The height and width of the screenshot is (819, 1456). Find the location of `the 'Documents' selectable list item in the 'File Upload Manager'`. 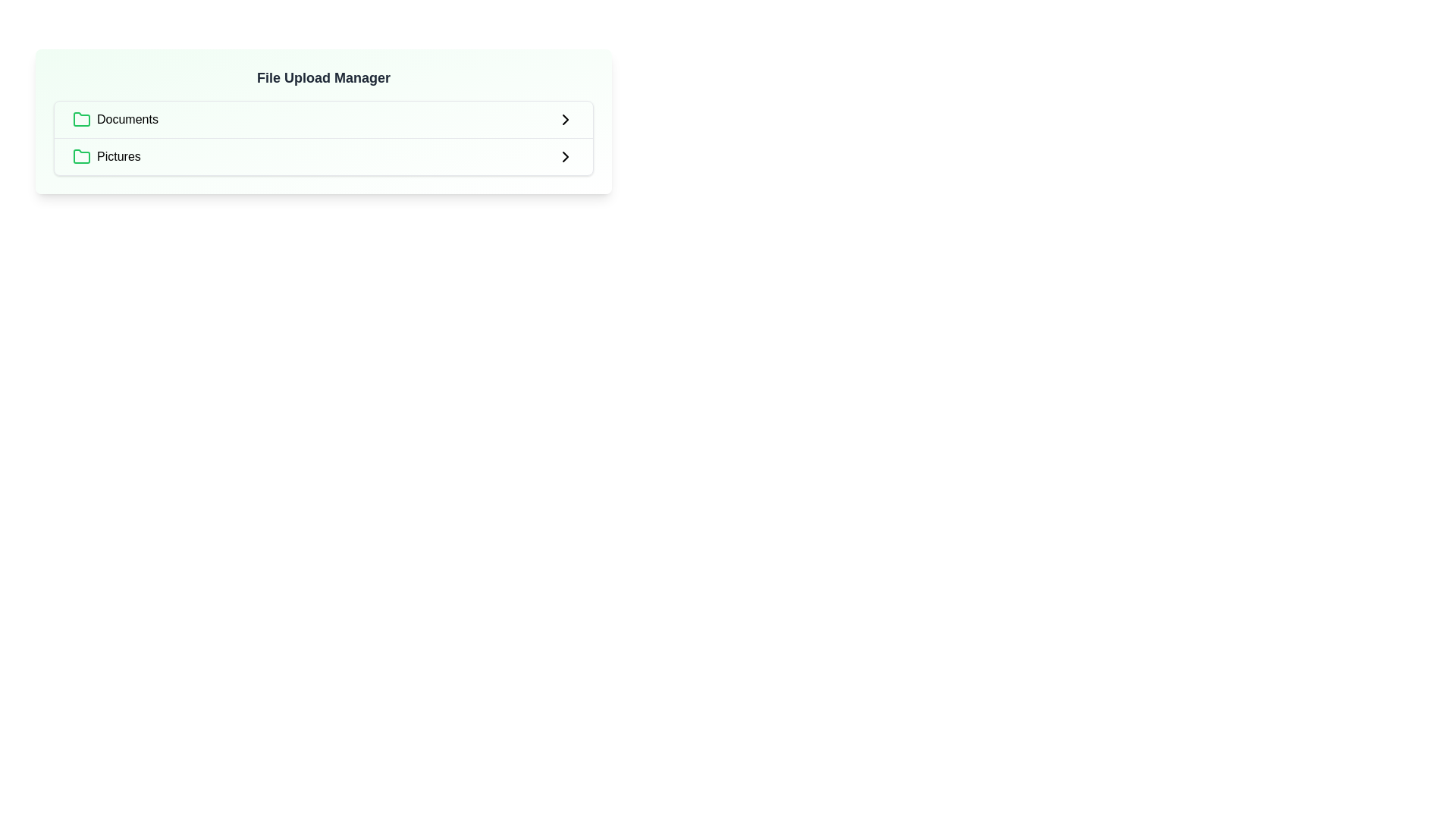

the 'Documents' selectable list item in the 'File Upload Manager' is located at coordinates (323, 119).